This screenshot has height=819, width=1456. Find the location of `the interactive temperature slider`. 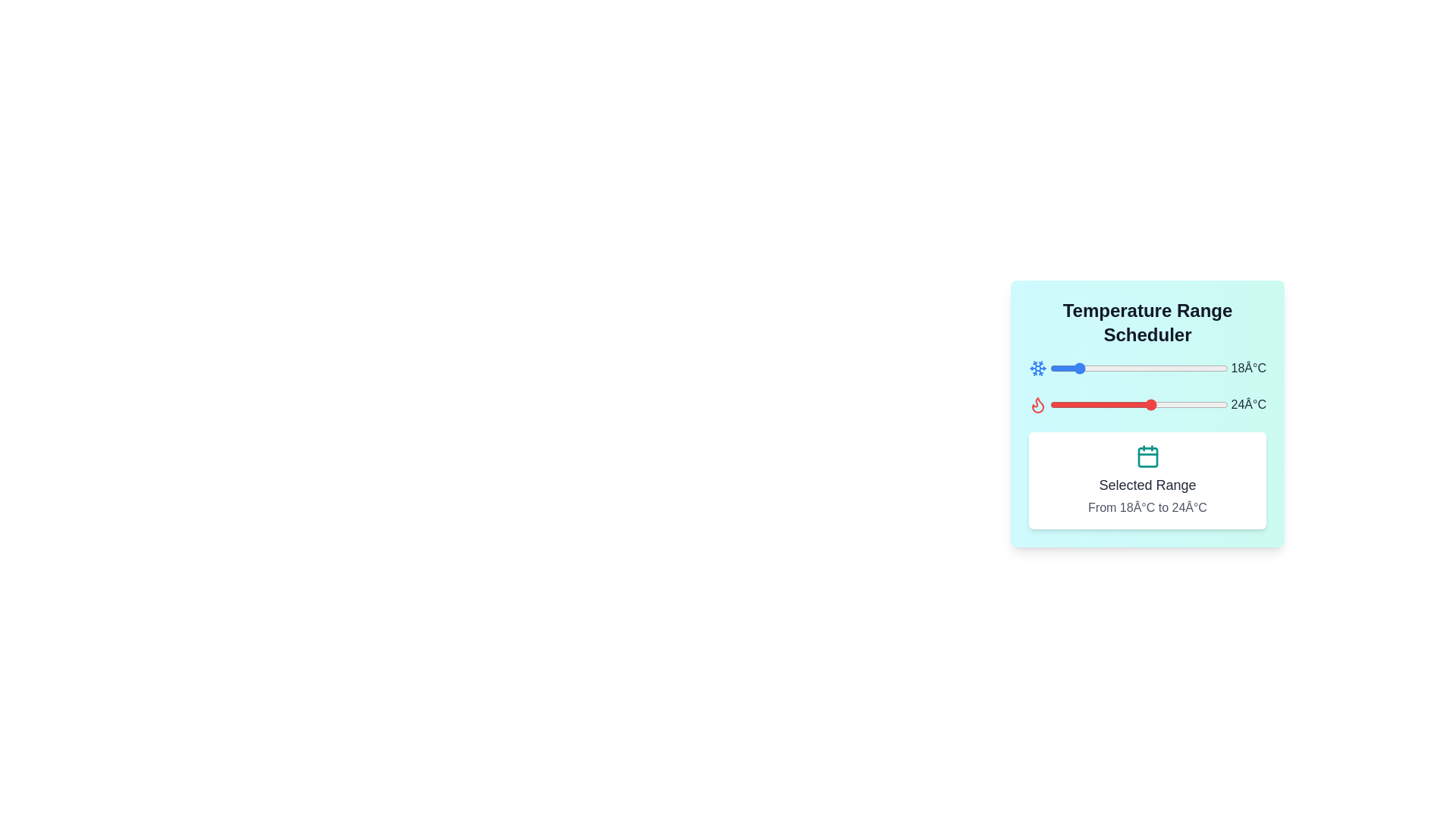

the interactive temperature slider is located at coordinates (1147, 369).